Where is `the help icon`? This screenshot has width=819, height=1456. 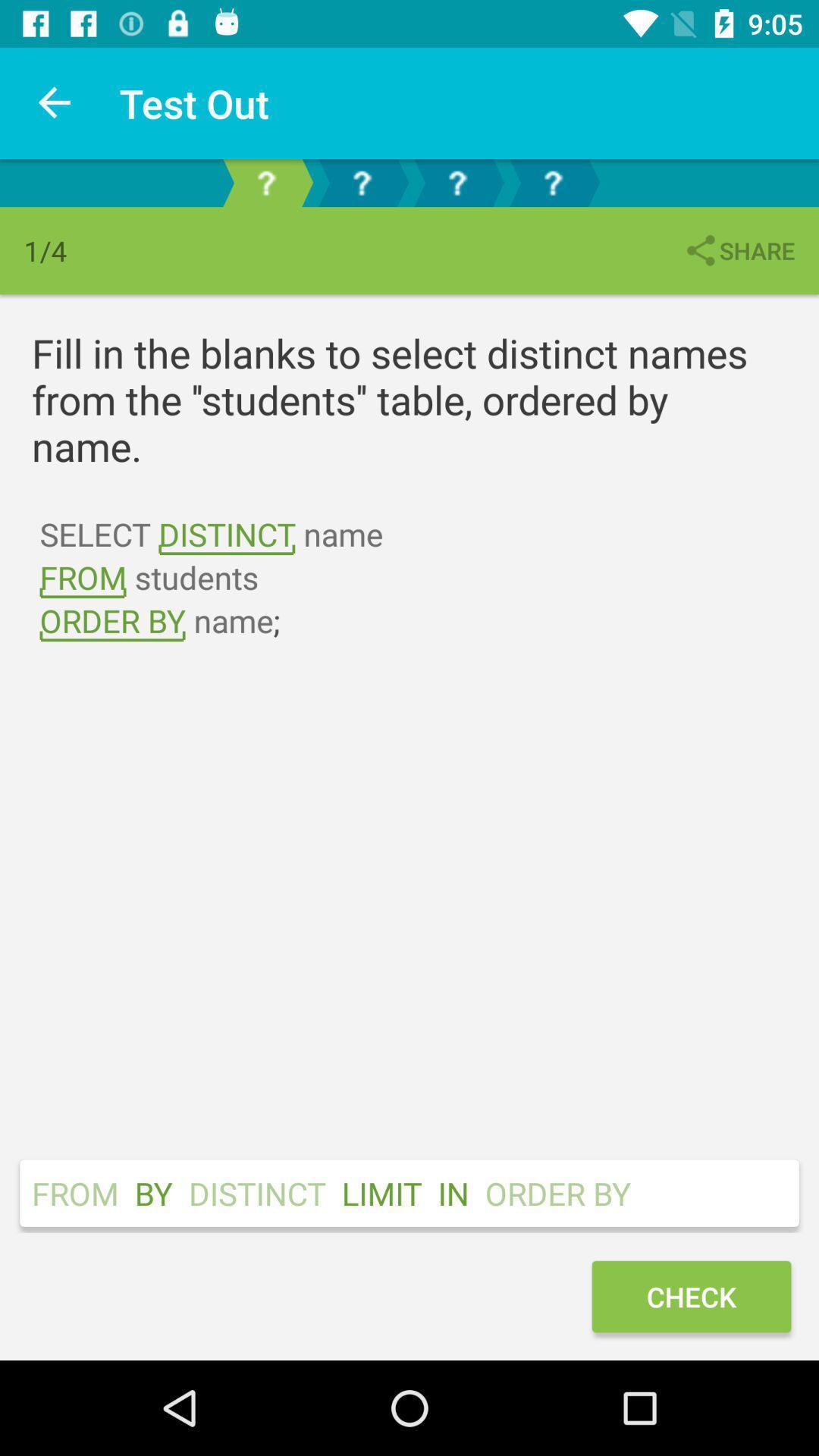 the help icon is located at coordinates (456, 182).